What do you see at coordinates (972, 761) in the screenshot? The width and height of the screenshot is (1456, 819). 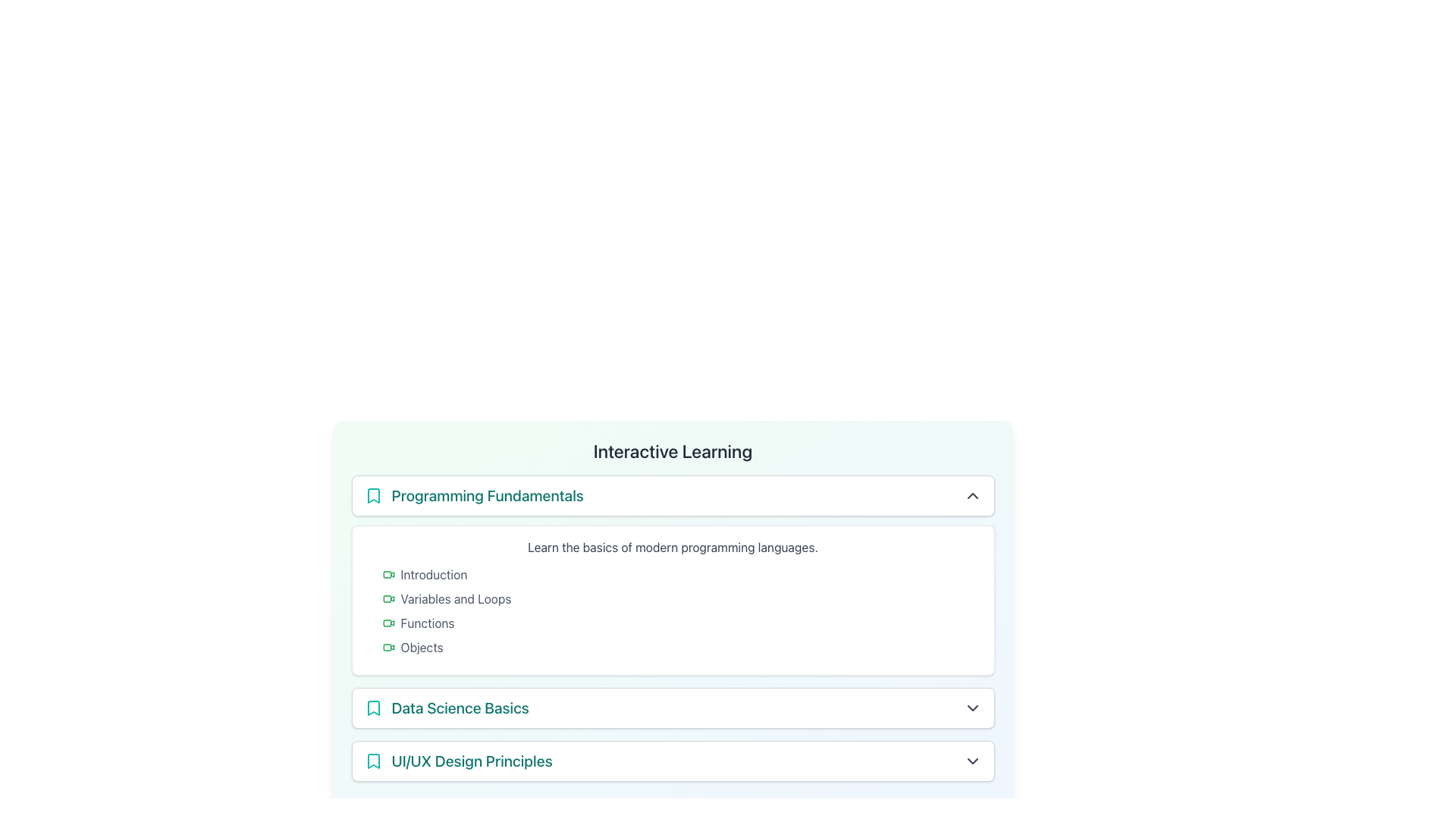 I see `the chevron-down icon, which is a gray downward-pointing arrow located at the far right corner of the 'UI/UX Design Principles' header, for potential visual feedback` at bounding box center [972, 761].